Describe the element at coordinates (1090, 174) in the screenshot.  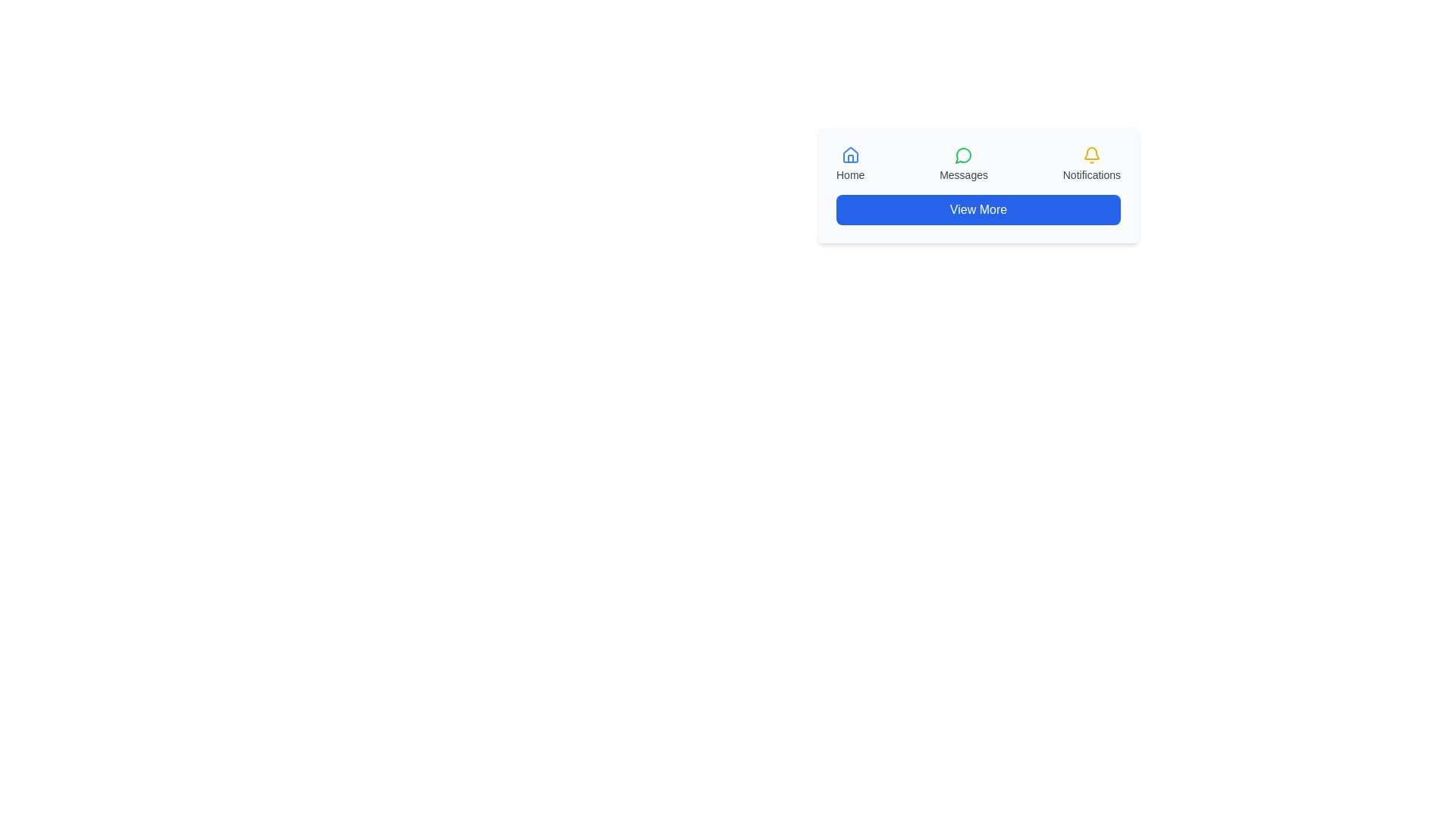
I see `the 'Notifications' text label element, which is styled with a small font size and grey color, located directly below the yellow bell icon` at that location.